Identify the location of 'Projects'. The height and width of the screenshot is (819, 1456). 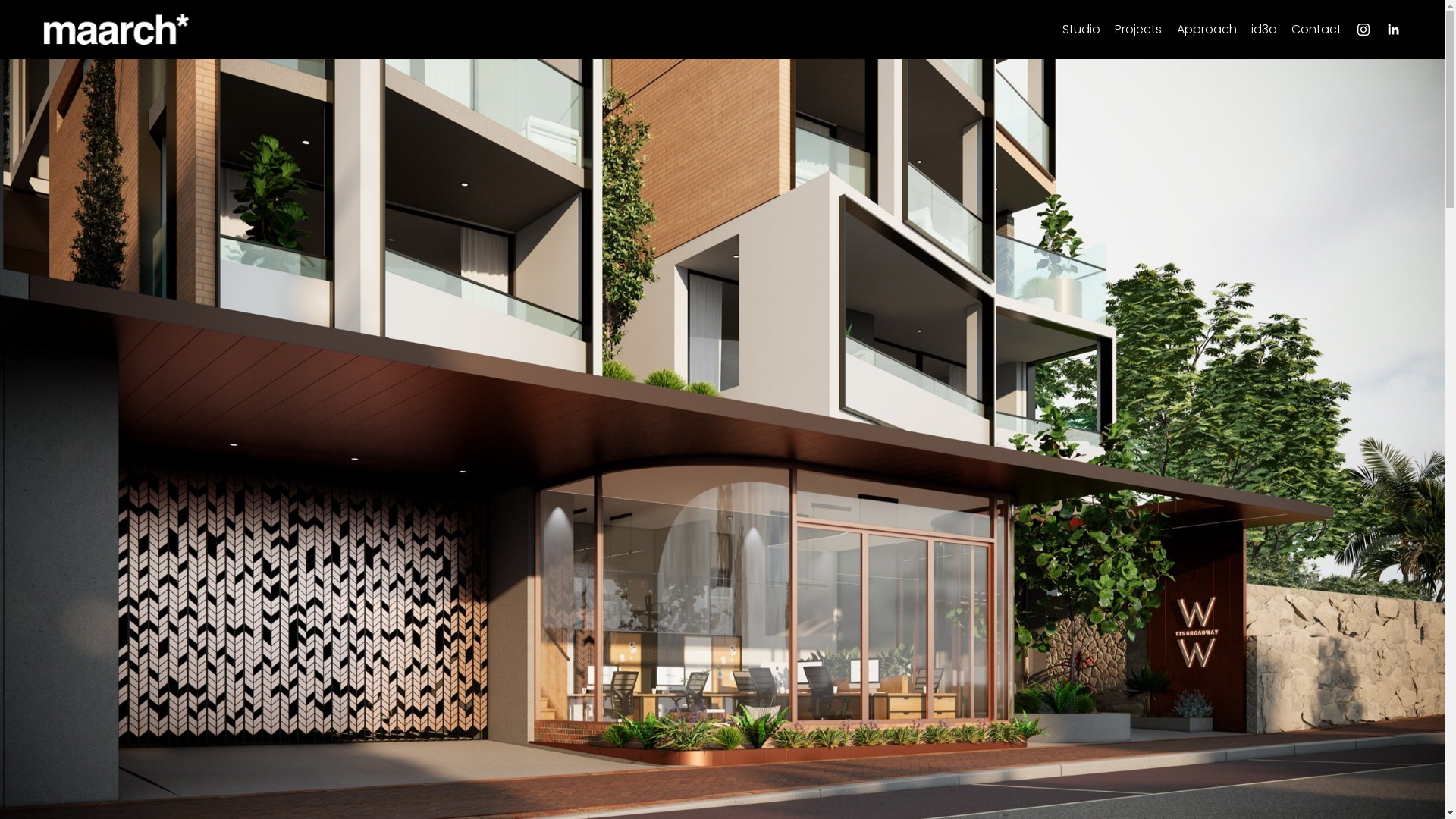
(1138, 29).